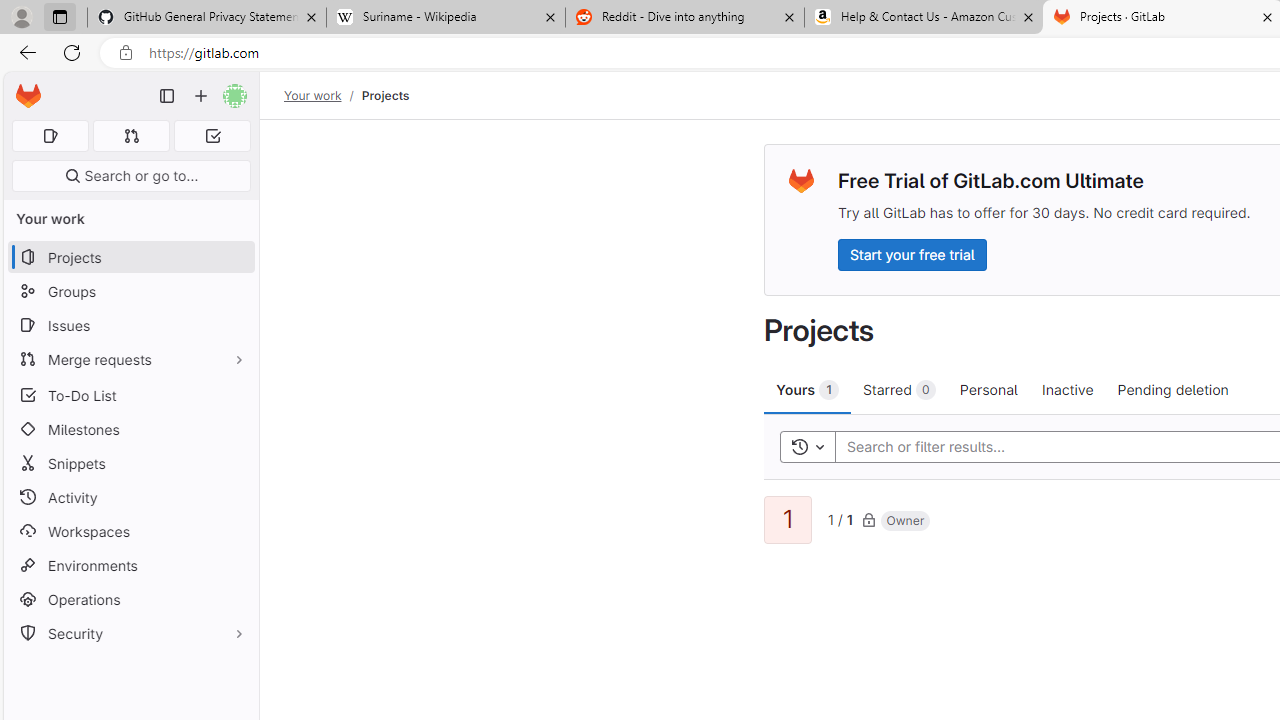 This screenshot has height=720, width=1280. I want to click on 'Snippets', so click(130, 463).